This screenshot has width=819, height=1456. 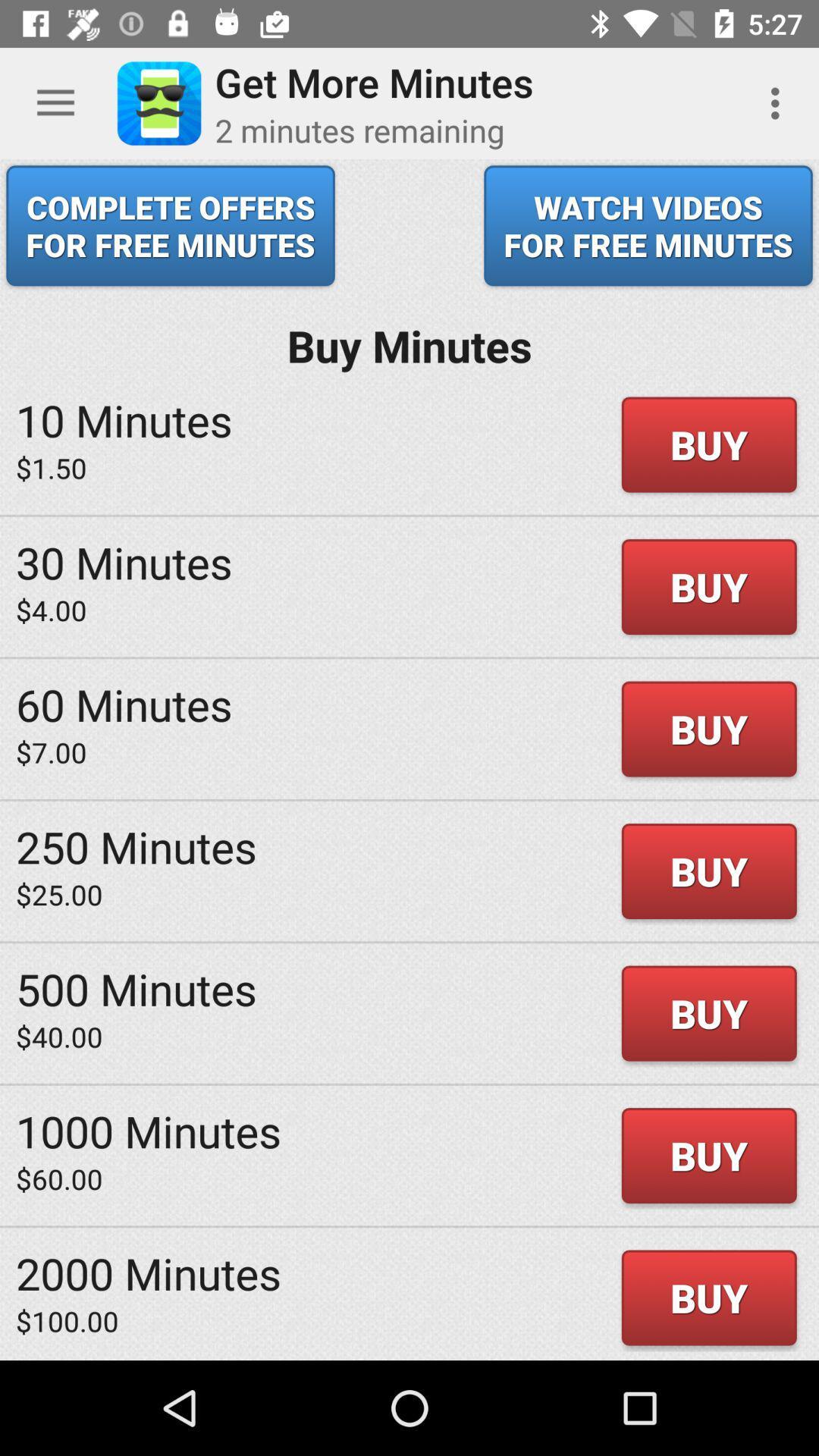 I want to click on the $1.50 icon, so click(x=50, y=467).